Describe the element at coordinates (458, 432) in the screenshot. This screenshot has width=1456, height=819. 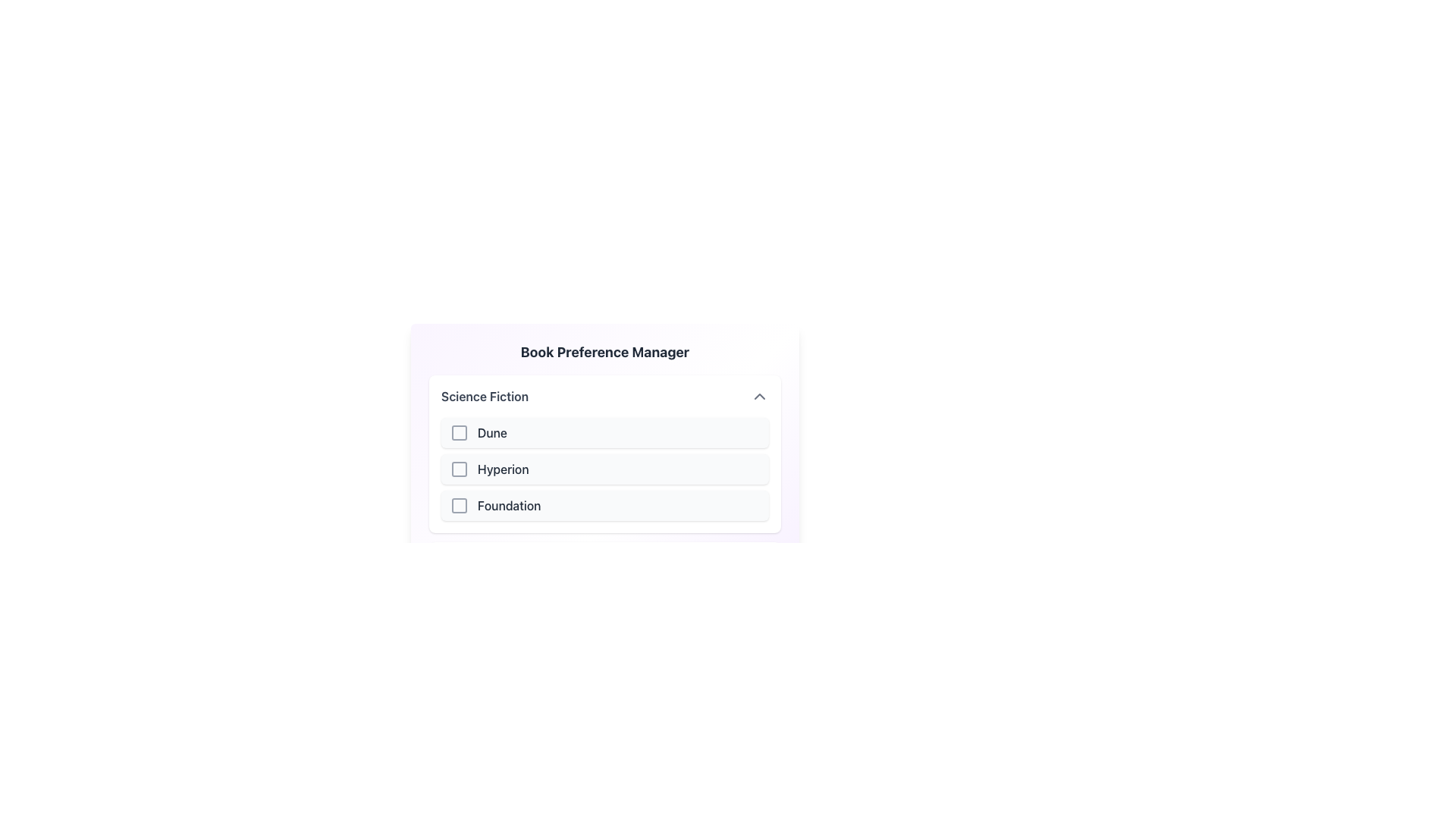
I see `the square checkbox icon with a gray border, located to the left of the text label 'Dune' in the vertical list, to potentially display more information` at that location.